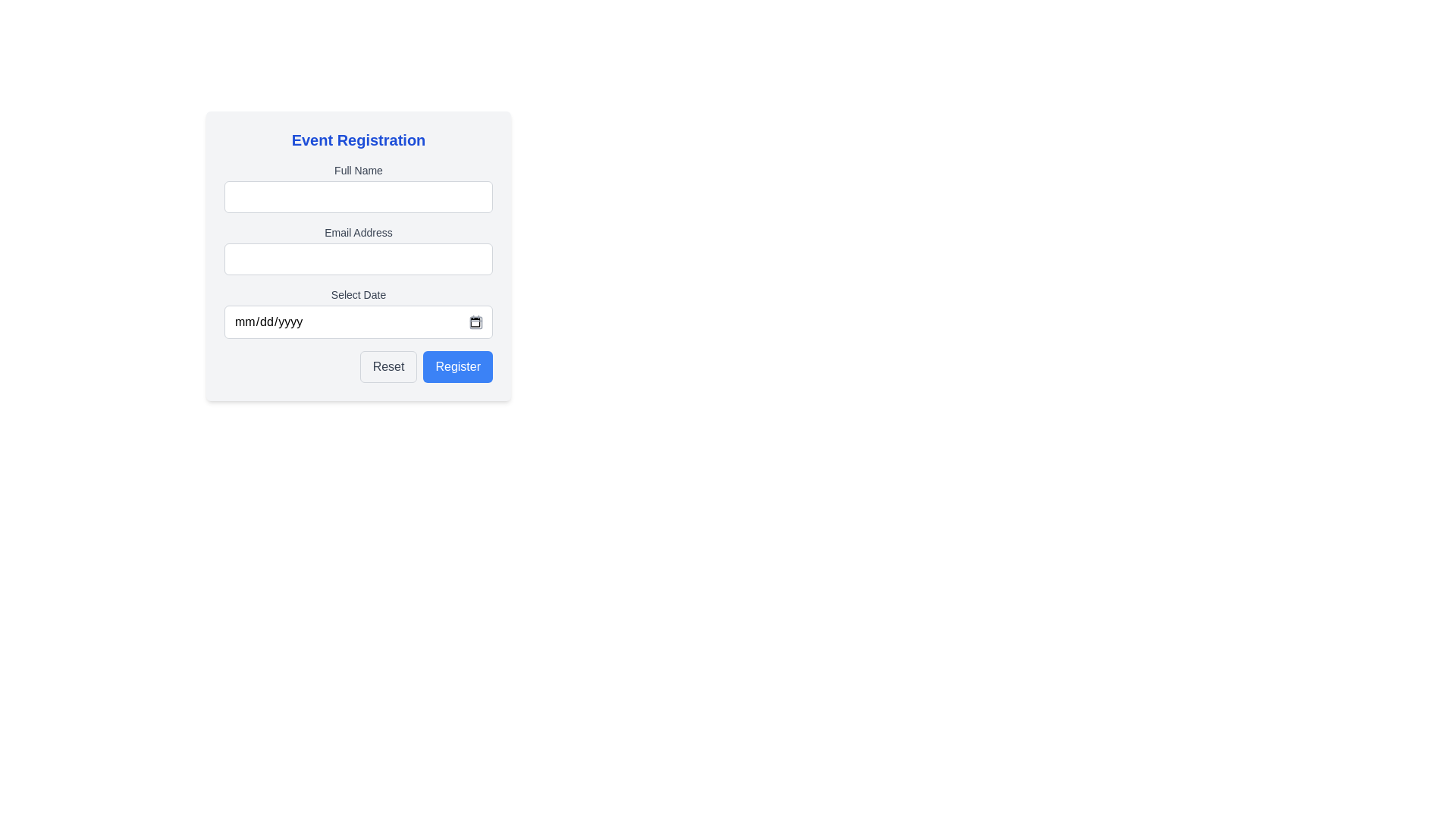  What do you see at coordinates (358, 170) in the screenshot?
I see `the label indicating the purpose of the adjacent input field for entering the full name, located at the top of the centered registration form` at bounding box center [358, 170].